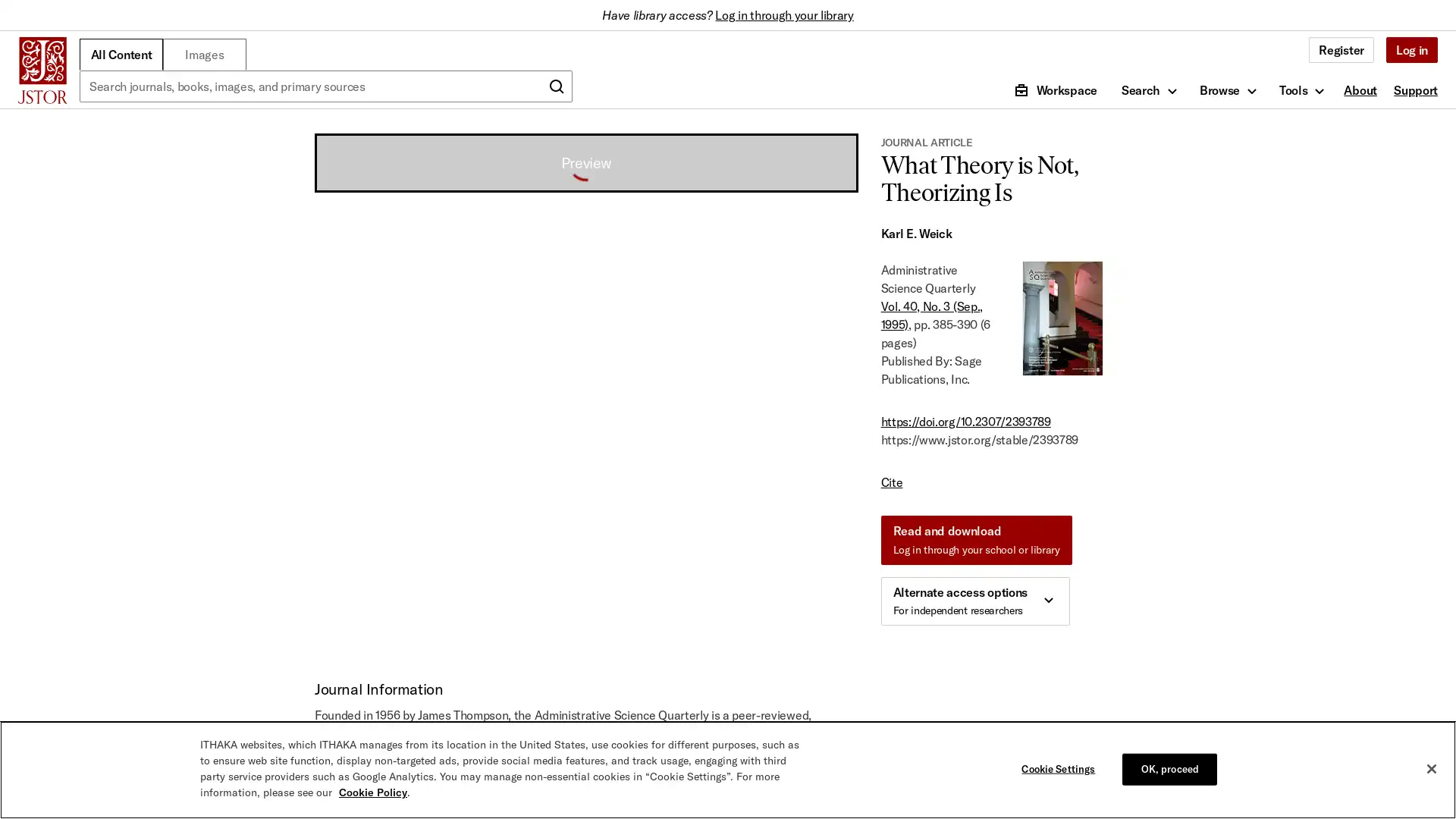 This screenshot has width=1456, height=819. What do you see at coordinates (1169, 769) in the screenshot?
I see `OK, proceed` at bounding box center [1169, 769].